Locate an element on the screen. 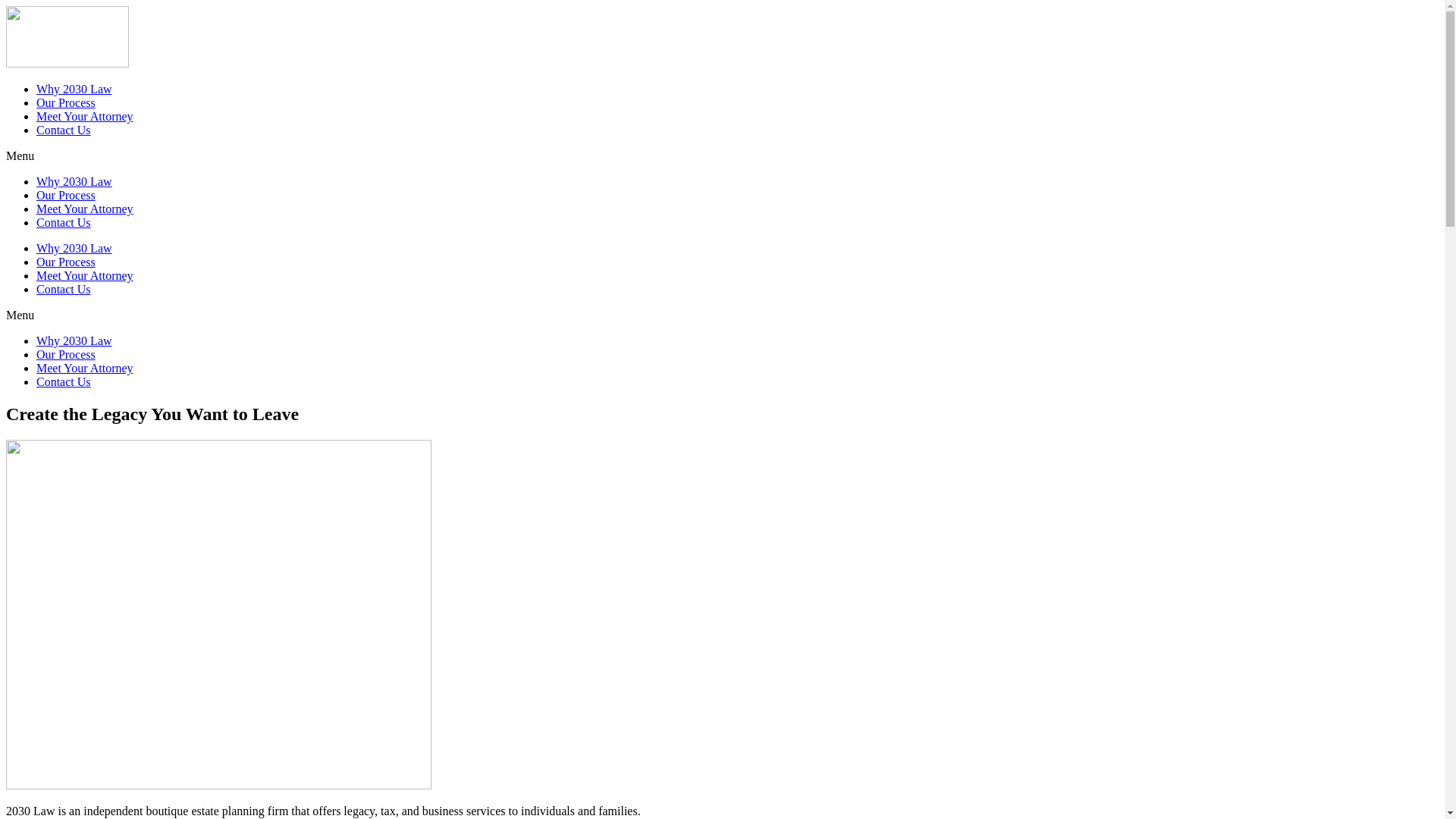 This screenshot has width=1456, height=819. 'Contact Us' is located at coordinates (62, 129).